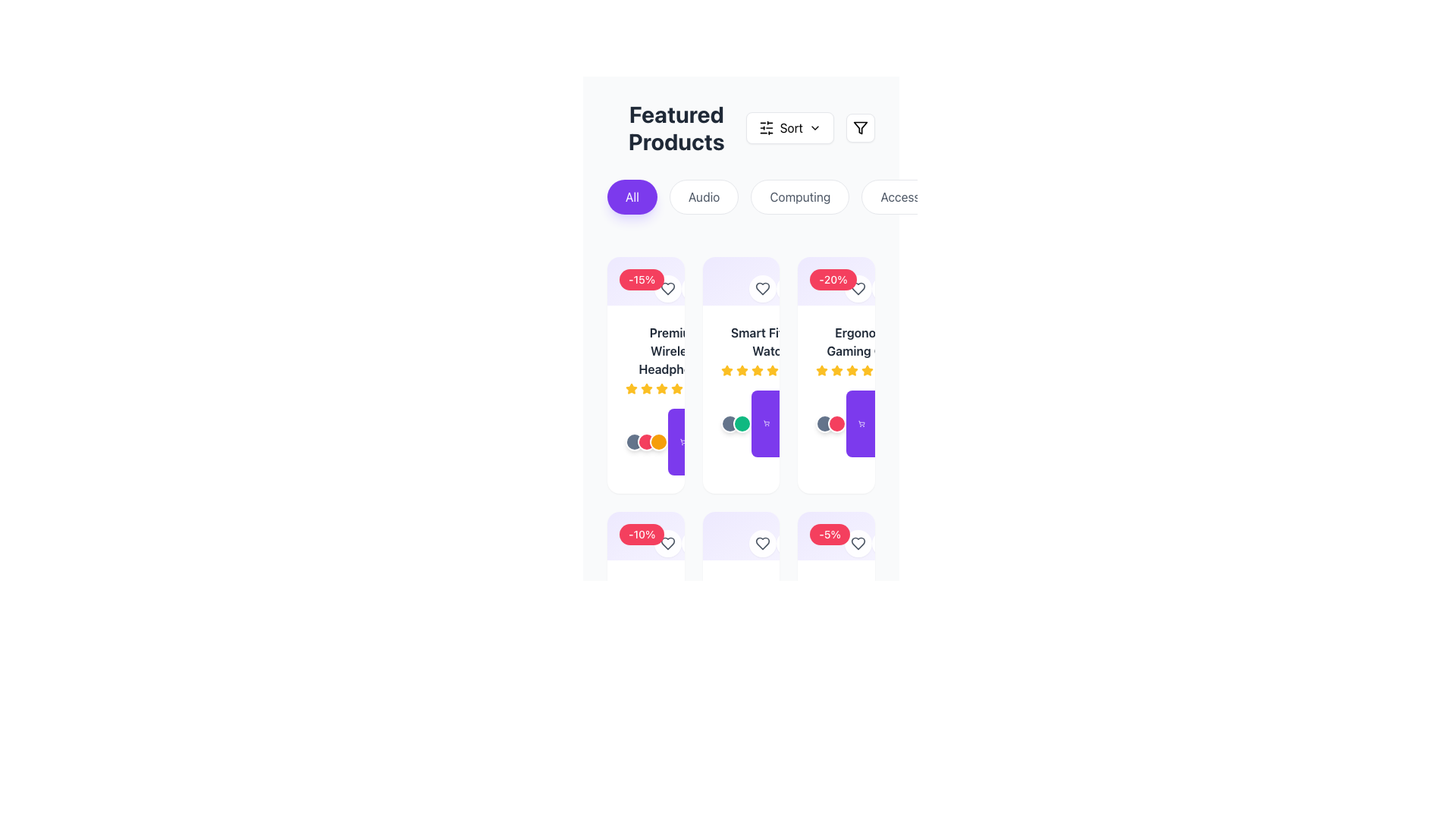  I want to click on the Discount Indicator label located in the top-left corner of the first product card, so click(645, 535).